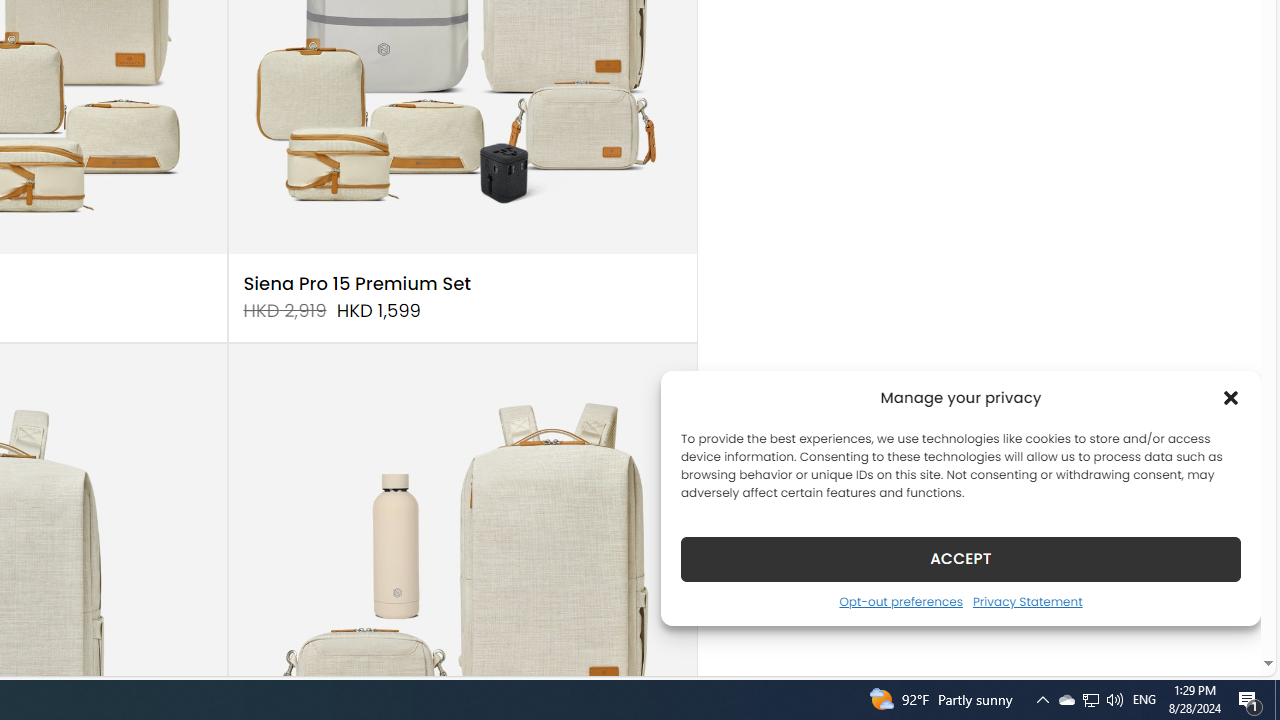 The image size is (1280, 720). What do you see at coordinates (899, 600) in the screenshot?
I see `'Opt-out preferences'` at bounding box center [899, 600].